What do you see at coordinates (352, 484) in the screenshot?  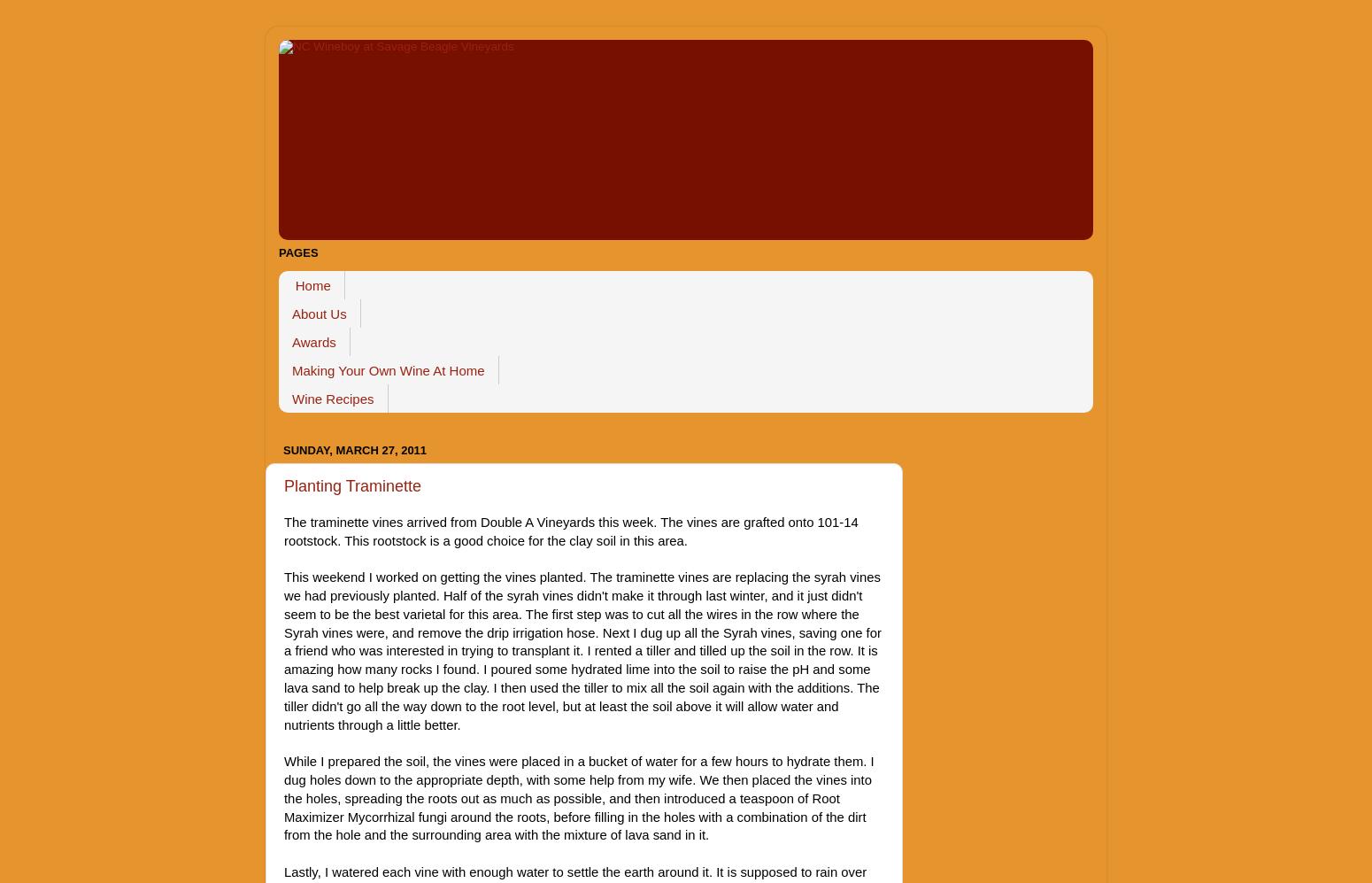 I see `'Planting Traminette'` at bounding box center [352, 484].